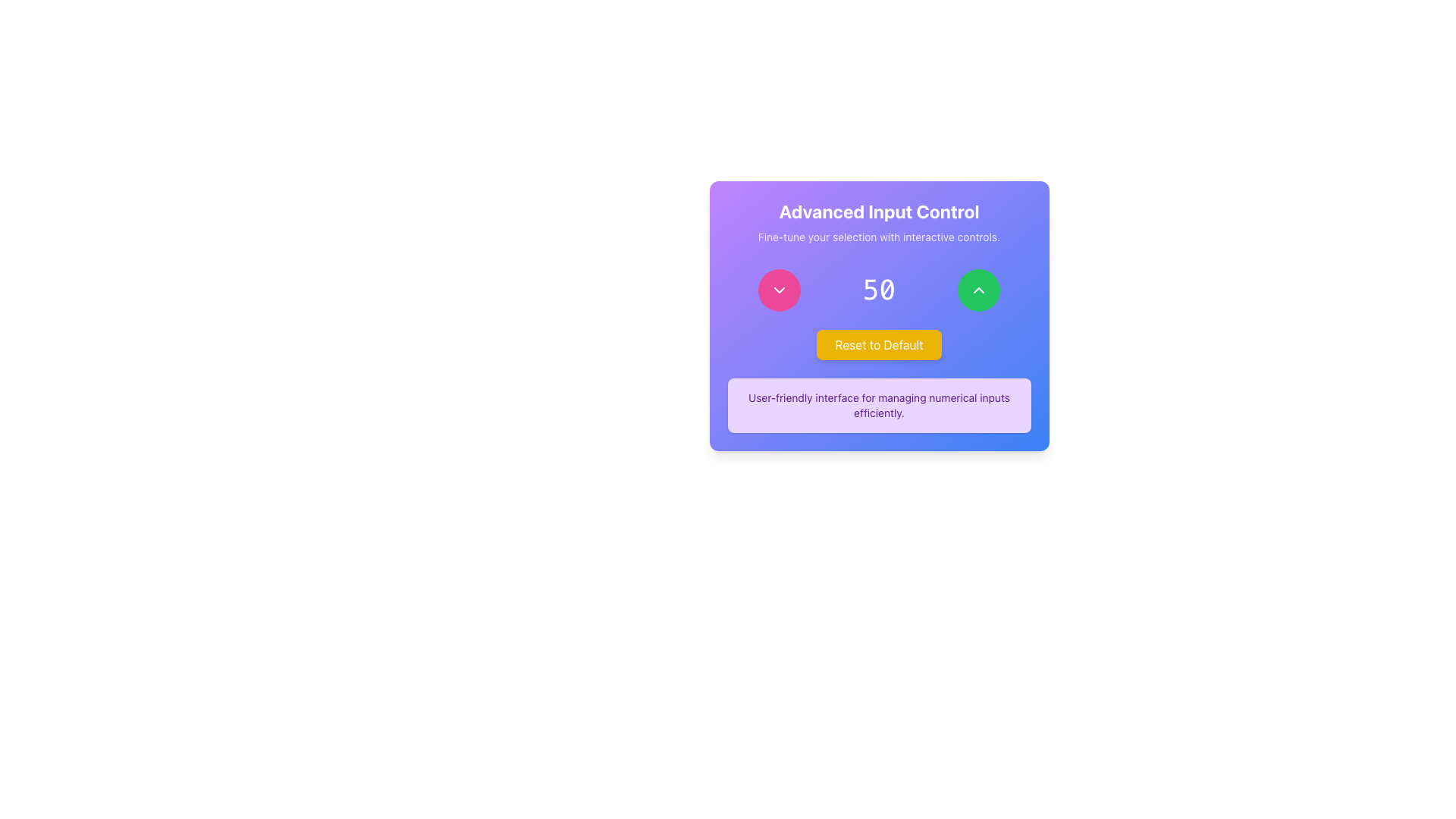 The width and height of the screenshot is (1456, 819). Describe the element at coordinates (879, 290) in the screenshot. I see `the Text Display showing the number '50' in a bold, large monospace font, which is centrally located in the interactive section of the card` at that location.